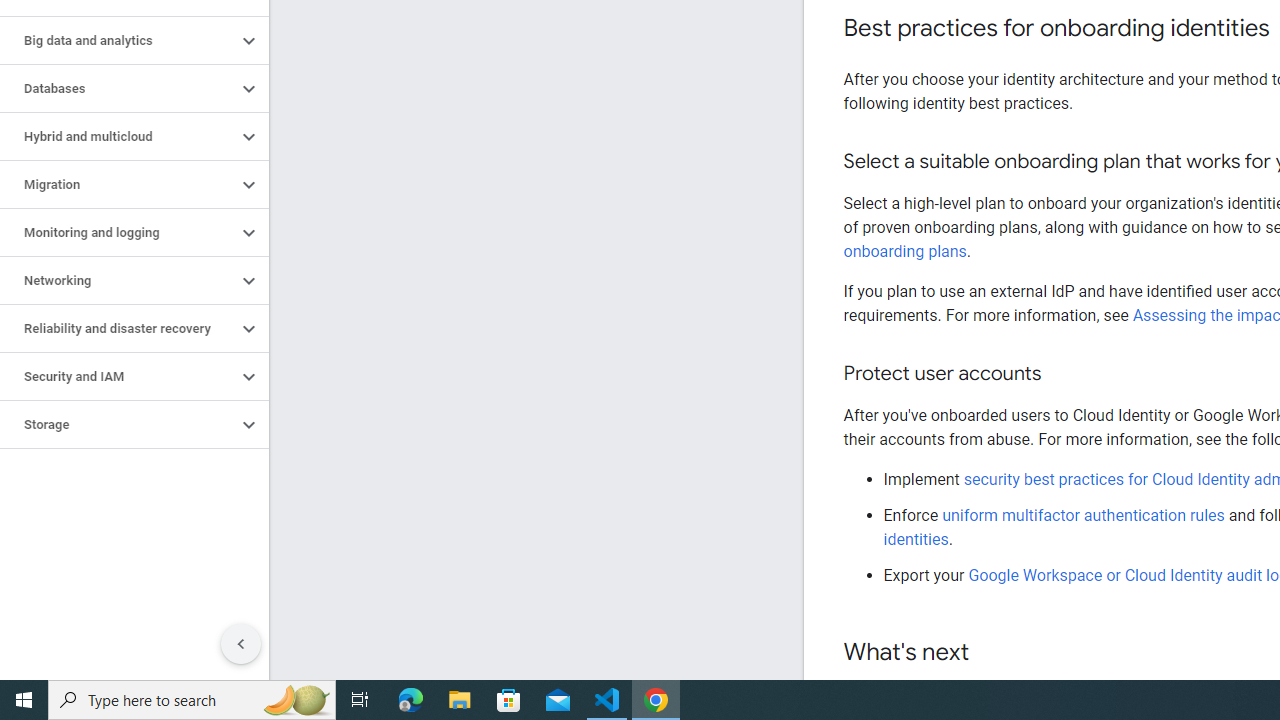  What do you see at coordinates (117, 328) in the screenshot?
I see `'Reliability and disaster recovery'` at bounding box center [117, 328].